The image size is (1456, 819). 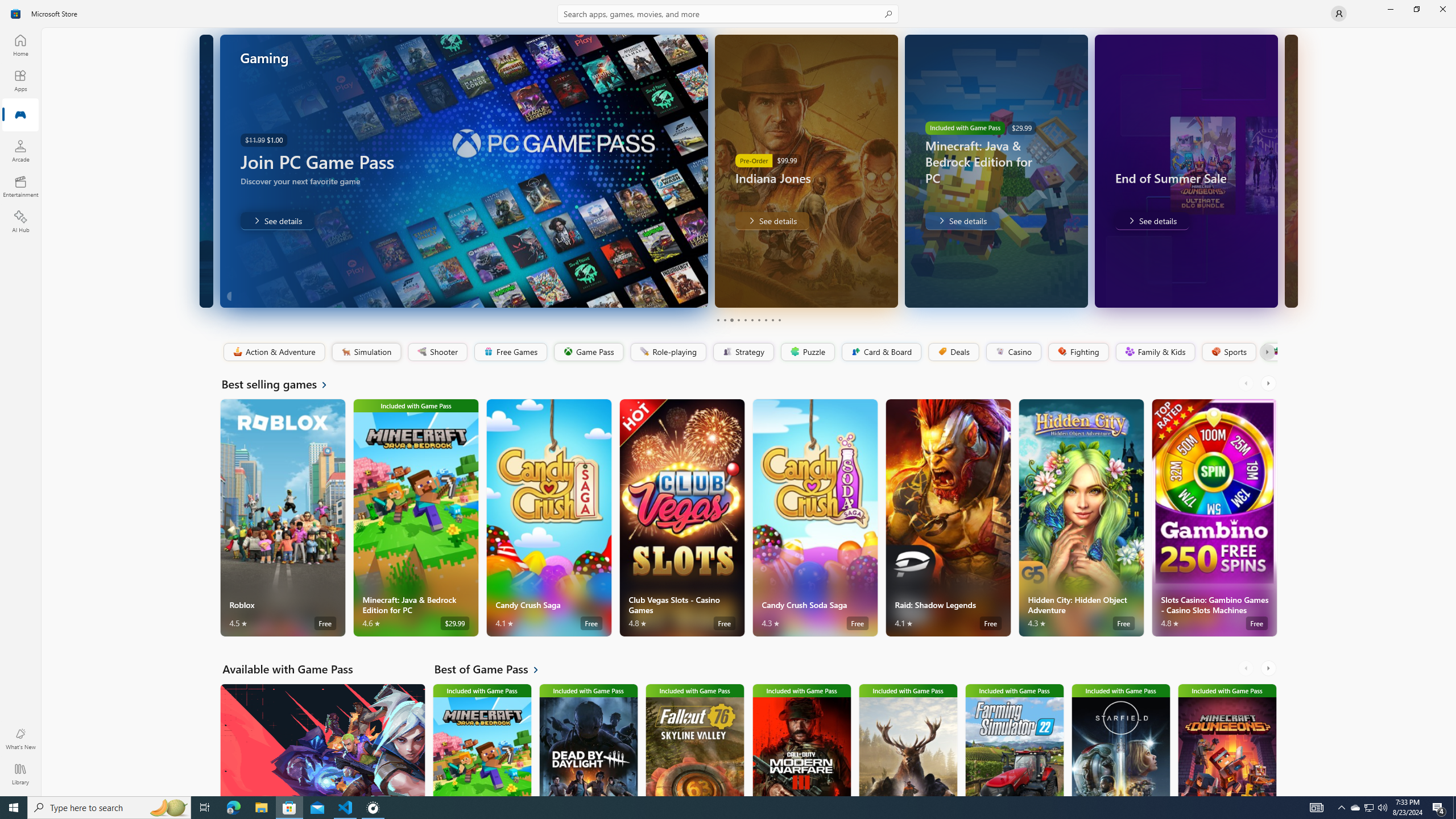 What do you see at coordinates (744, 320) in the screenshot?
I see `'Page 5'` at bounding box center [744, 320].